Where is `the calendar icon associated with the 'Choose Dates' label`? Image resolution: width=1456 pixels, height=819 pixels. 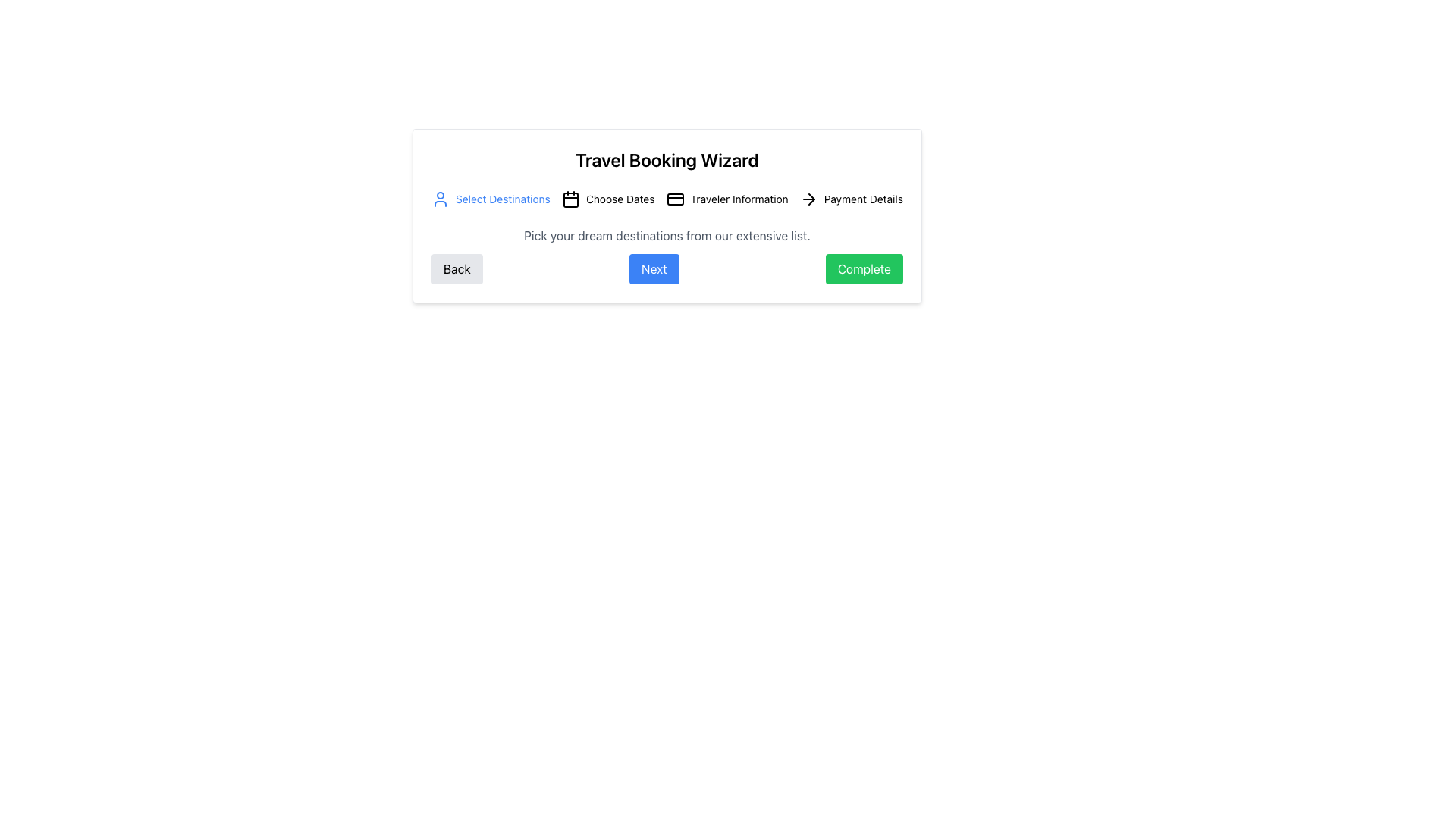 the calendar icon associated with the 'Choose Dates' label is located at coordinates (620, 198).